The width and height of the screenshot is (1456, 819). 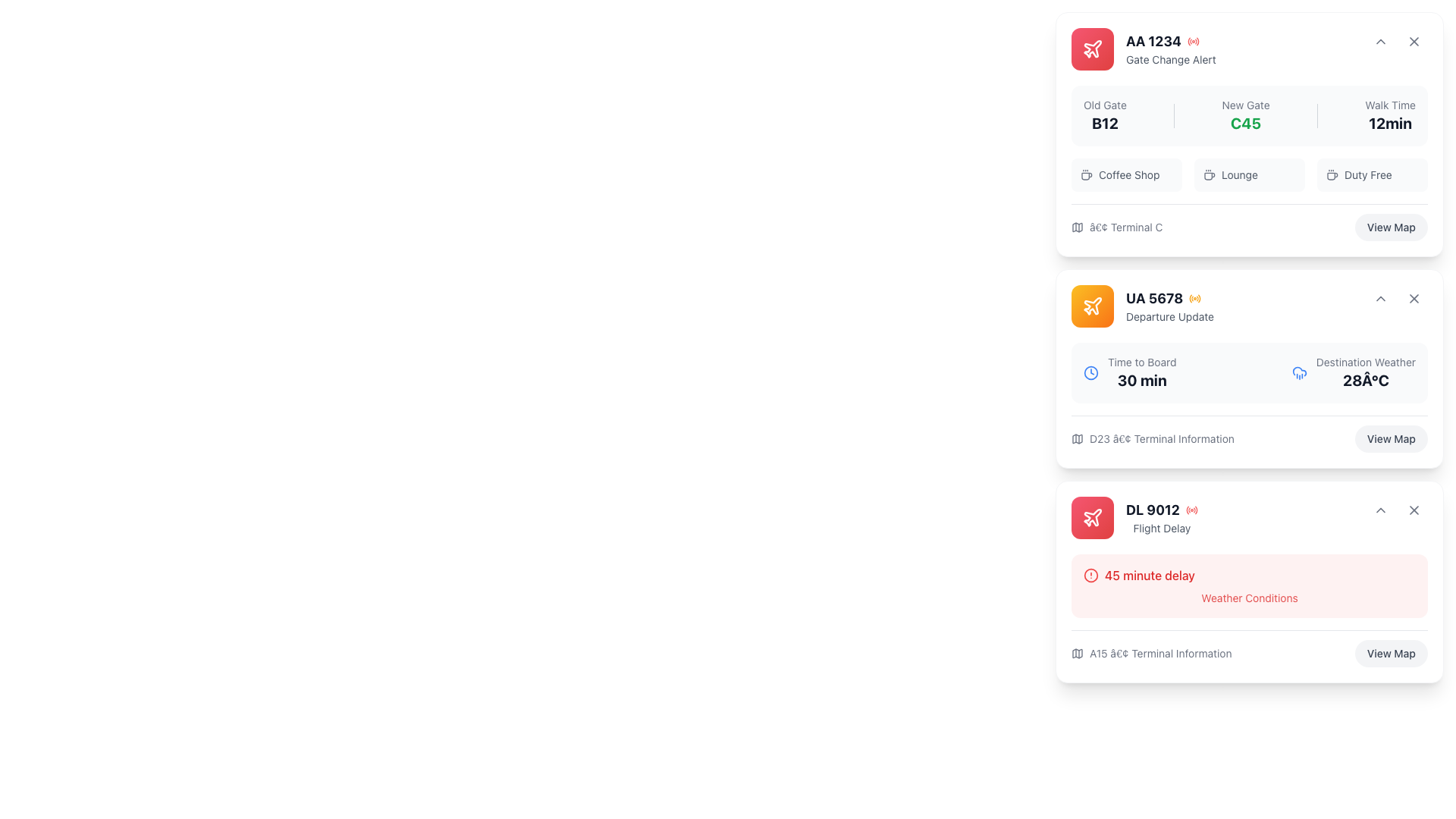 What do you see at coordinates (1093, 516) in the screenshot?
I see `the icon representing the flight or aviation context of the card labeled 'AA 1234 Gate Change Alert', located at the top-left corner of the card` at bounding box center [1093, 516].